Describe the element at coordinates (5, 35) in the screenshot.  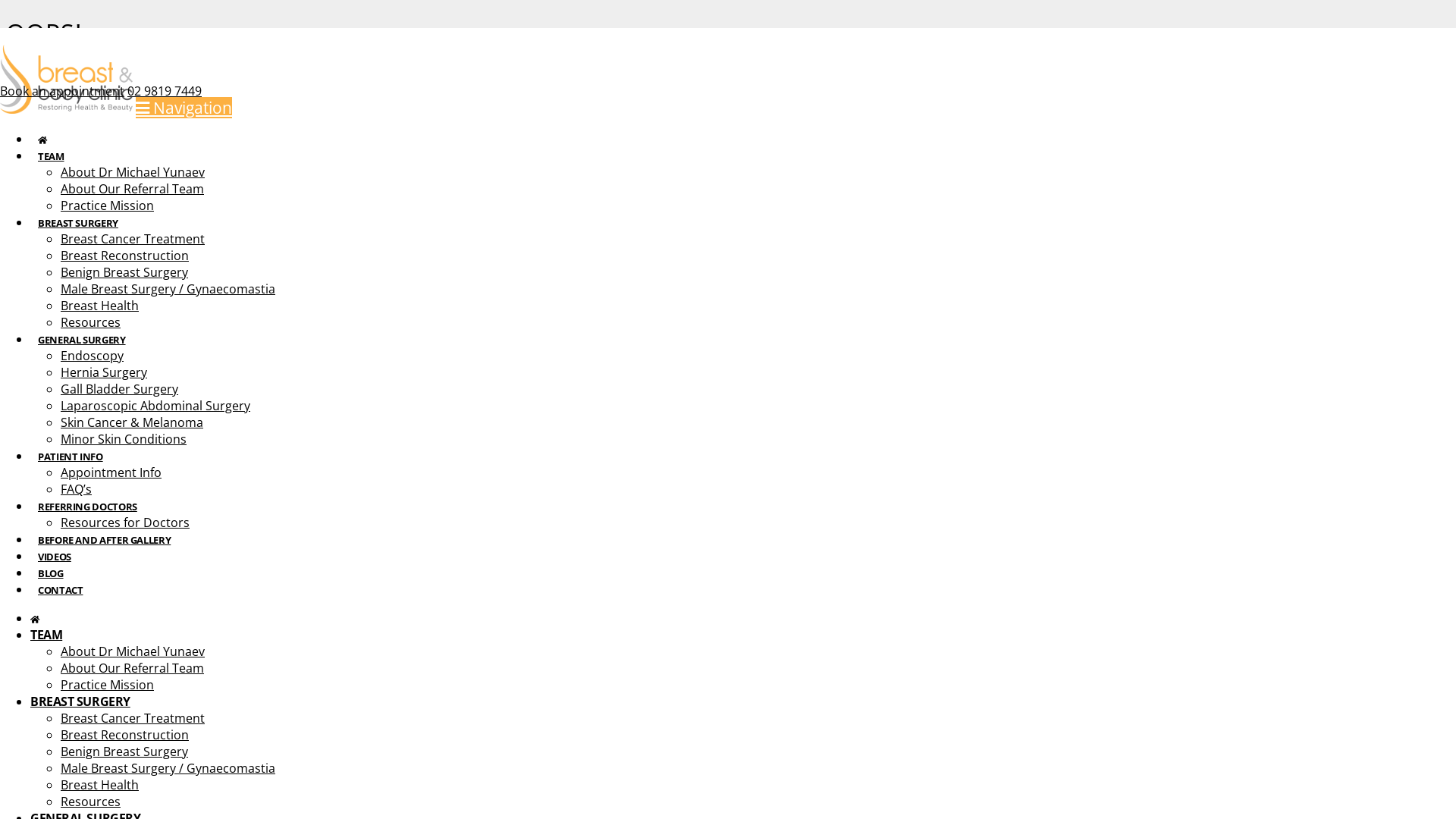
I see `'Facebook'` at that location.